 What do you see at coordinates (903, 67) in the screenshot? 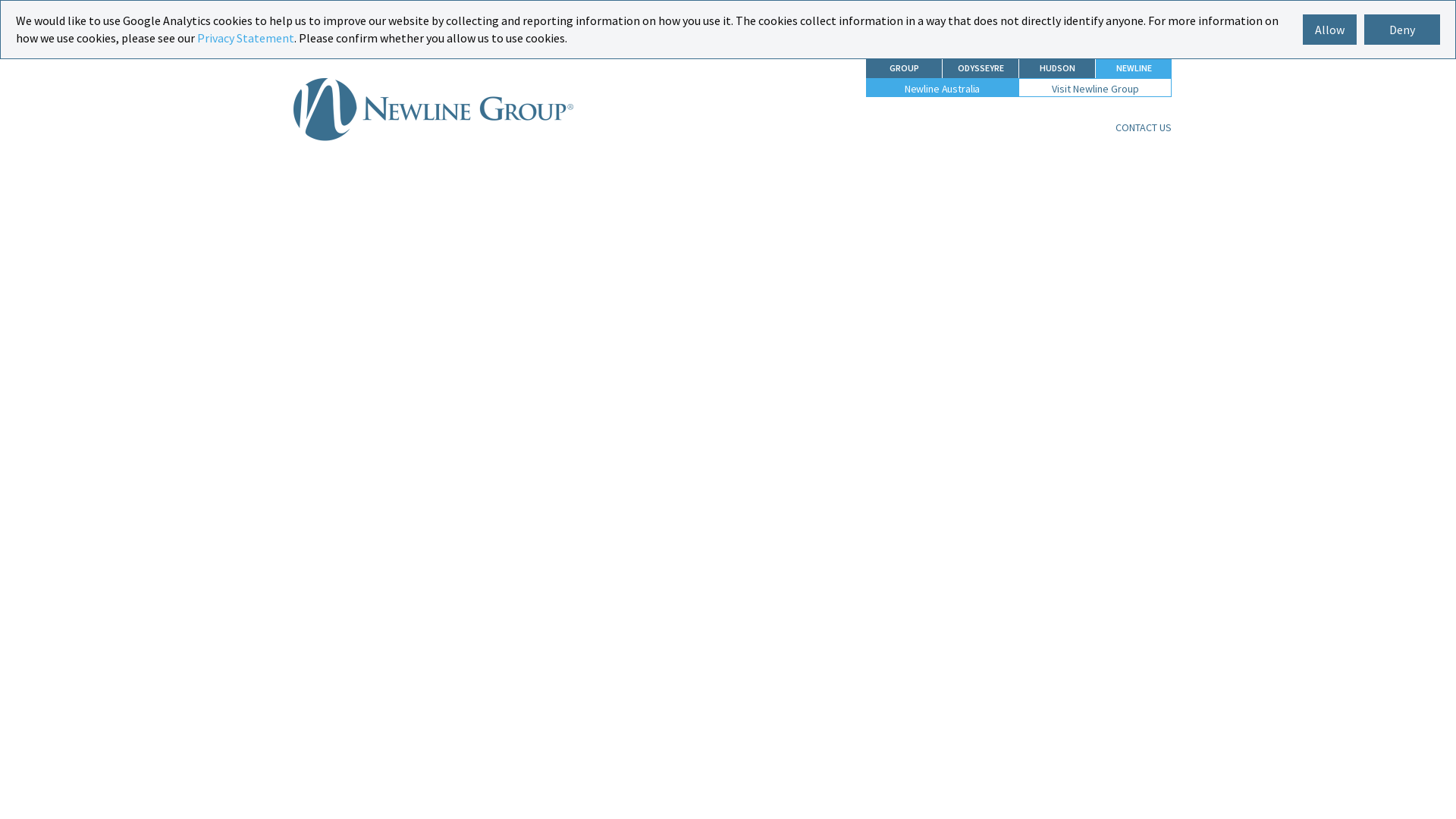
I see `'GROUP'` at bounding box center [903, 67].